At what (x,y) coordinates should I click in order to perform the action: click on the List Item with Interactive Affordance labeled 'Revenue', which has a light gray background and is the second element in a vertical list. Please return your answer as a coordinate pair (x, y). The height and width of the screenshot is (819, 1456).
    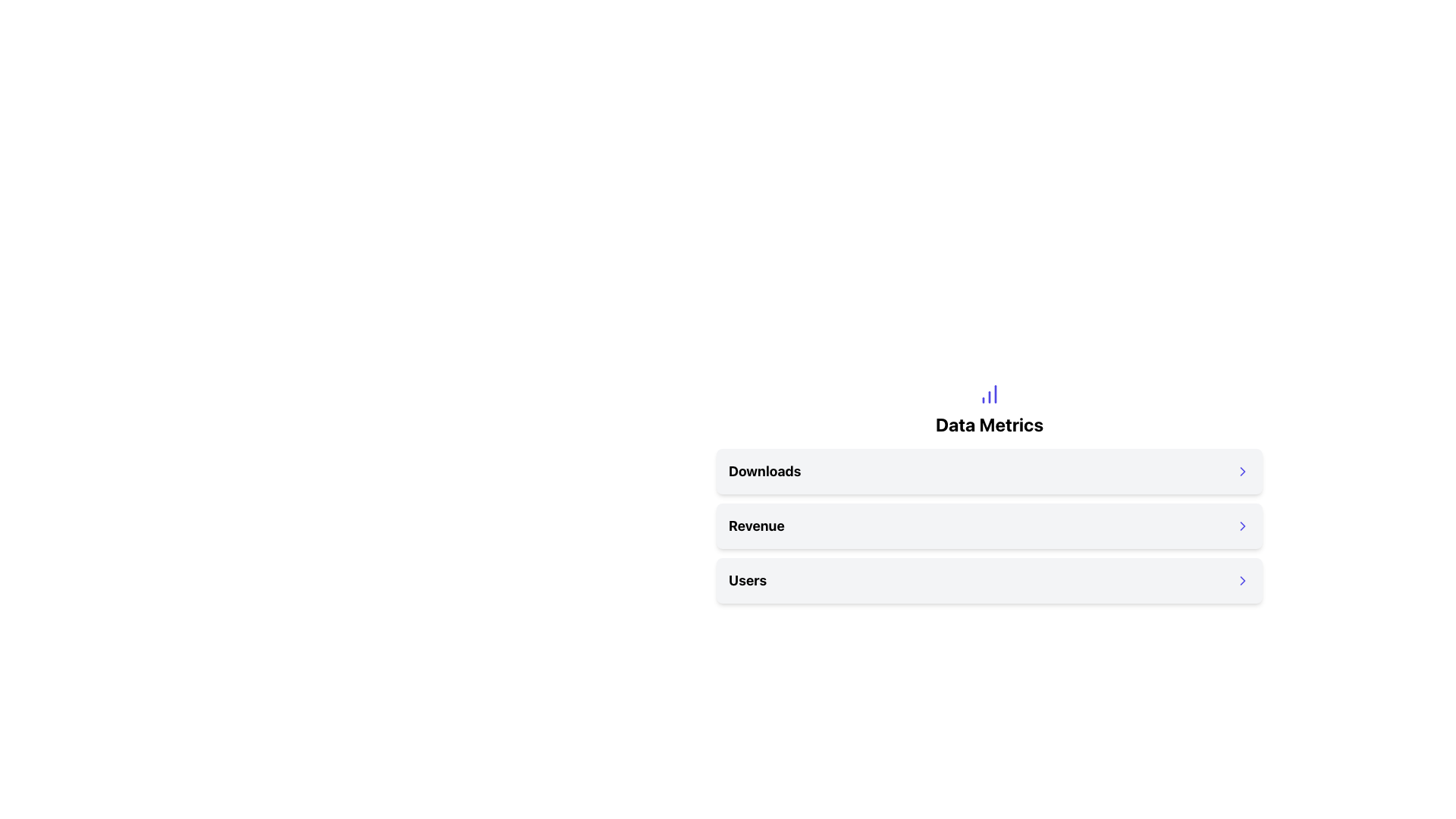
    Looking at the image, I should click on (990, 526).